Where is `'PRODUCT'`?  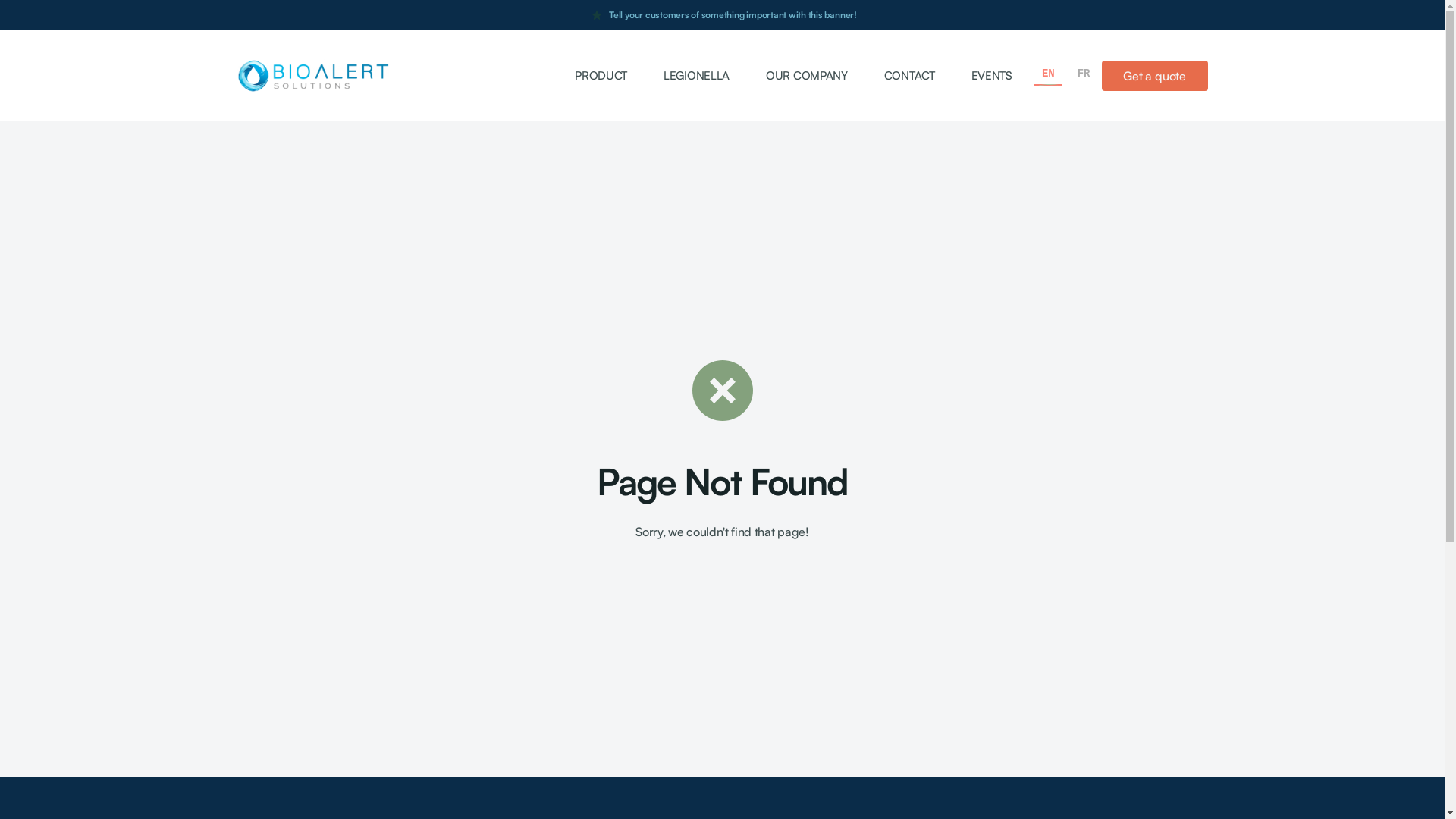 'PRODUCT' is located at coordinates (600, 76).